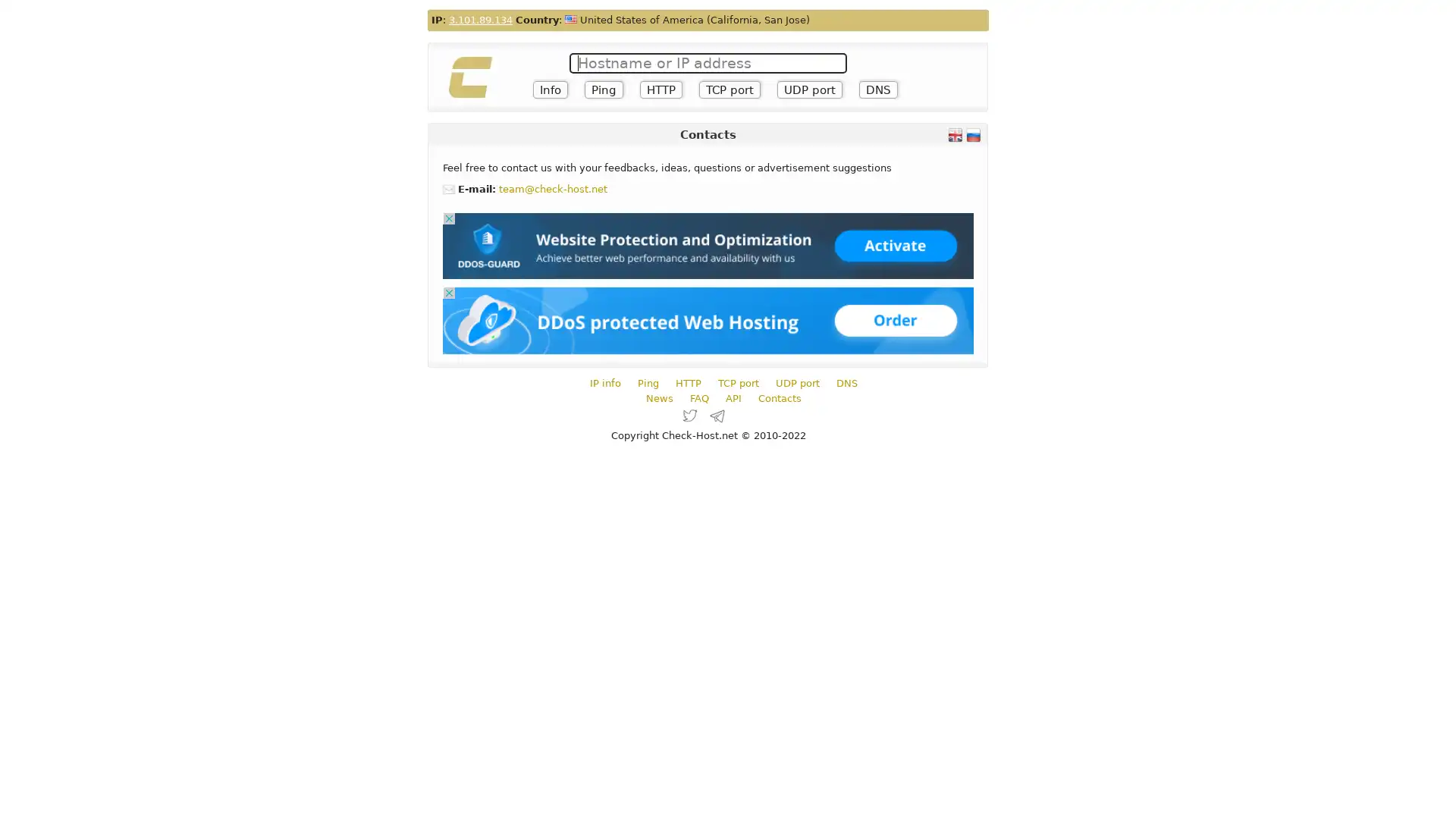 This screenshot has height=819, width=1456. I want to click on HTTP, so click(660, 89).